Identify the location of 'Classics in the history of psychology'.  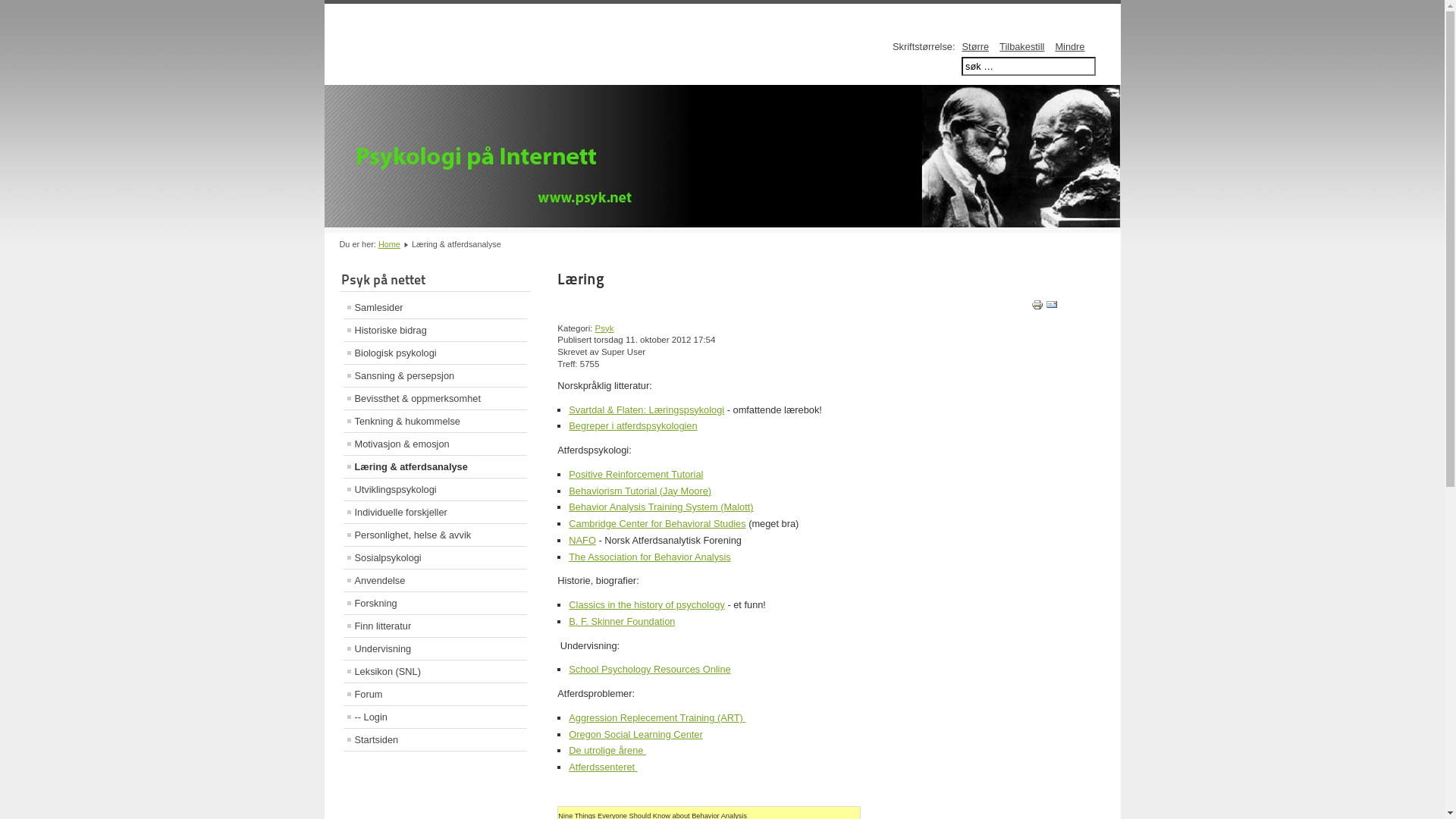
(647, 604).